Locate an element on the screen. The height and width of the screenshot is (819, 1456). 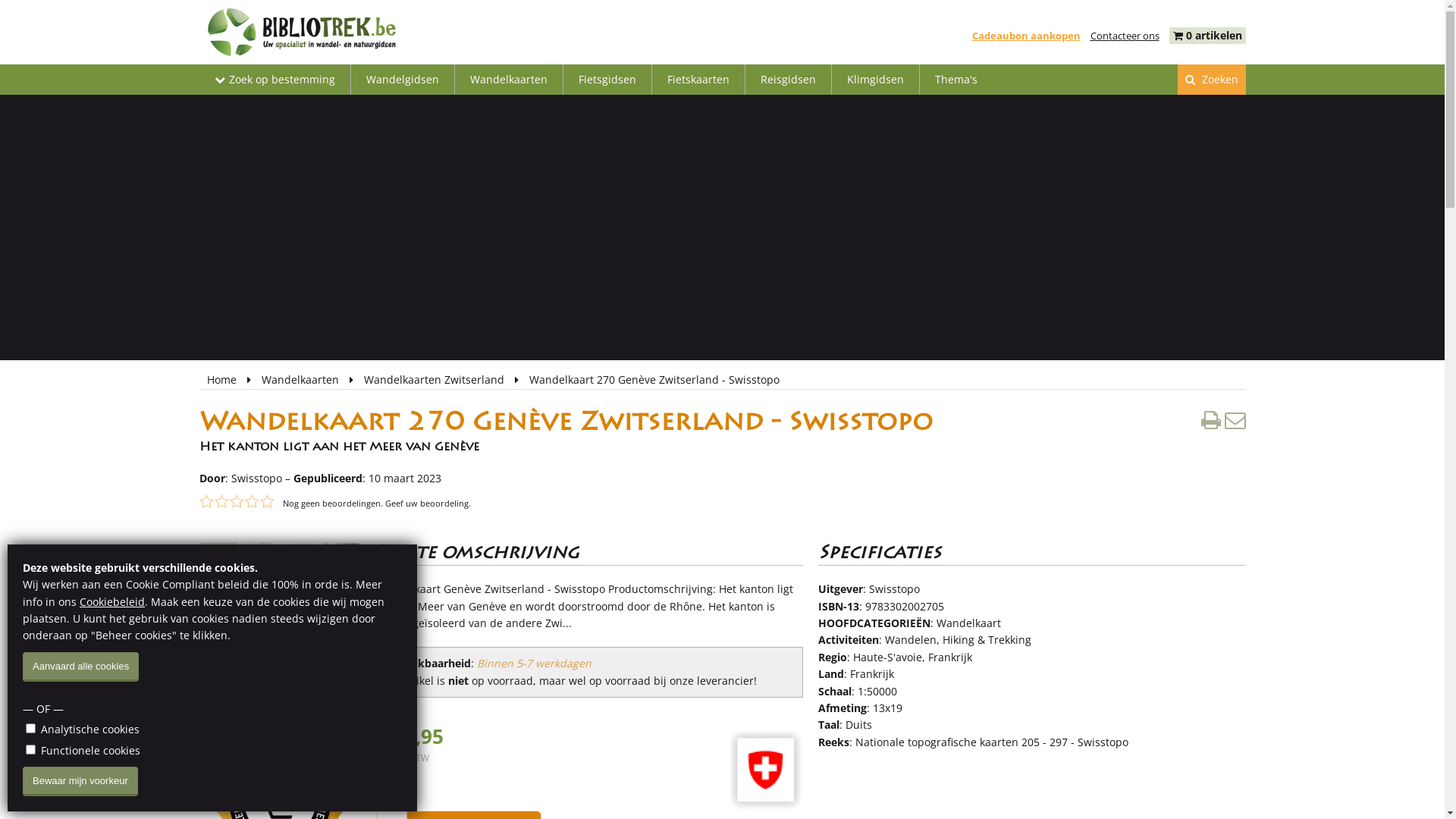
'Wandelgidsen' is located at coordinates (349, 79).